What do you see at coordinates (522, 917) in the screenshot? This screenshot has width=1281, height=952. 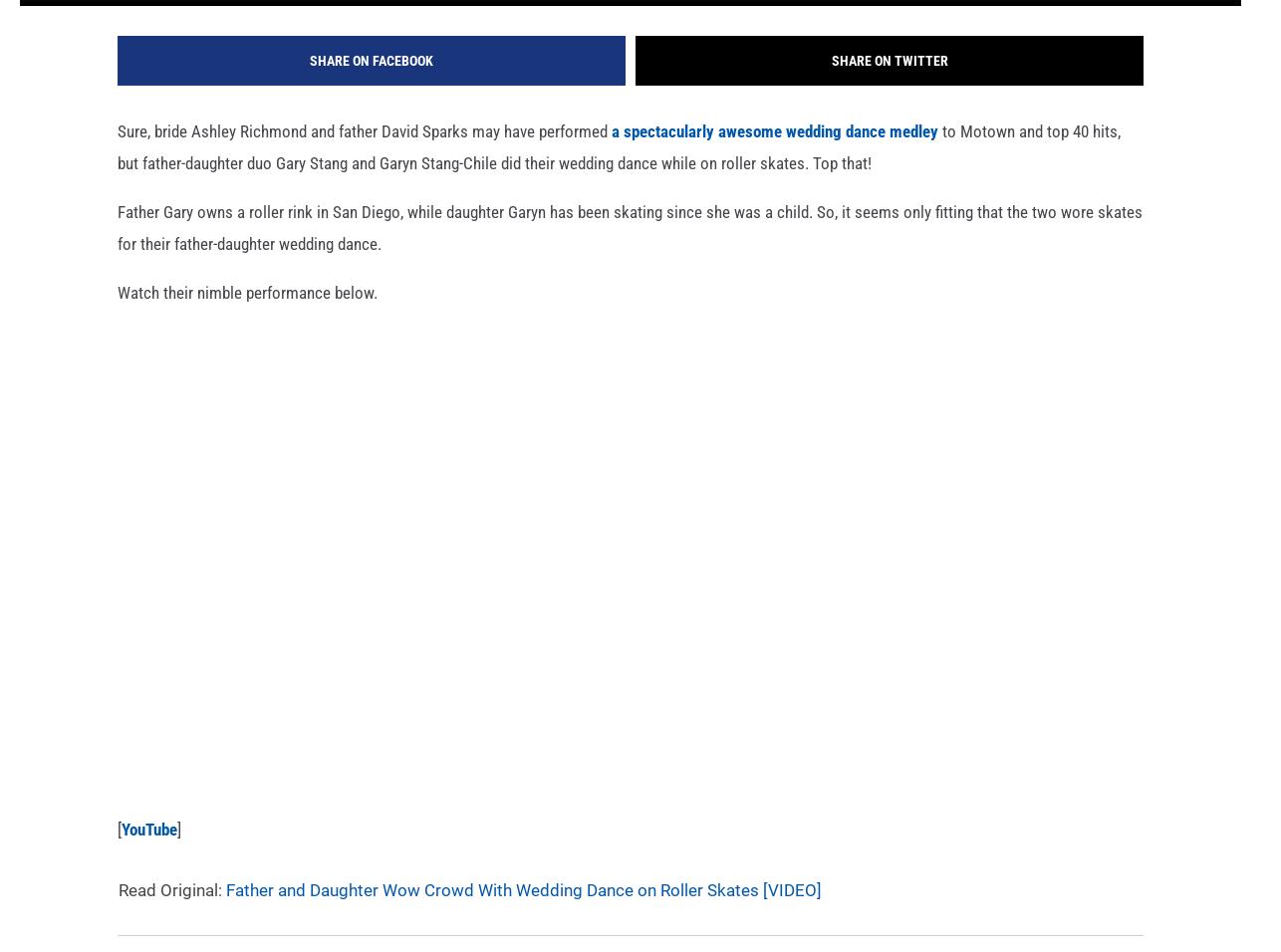 I see `'Father and Daughter Wow Crowd With Wedding Dance on Roller Skates [VIDEO]'` at bounding box center [522, 917].